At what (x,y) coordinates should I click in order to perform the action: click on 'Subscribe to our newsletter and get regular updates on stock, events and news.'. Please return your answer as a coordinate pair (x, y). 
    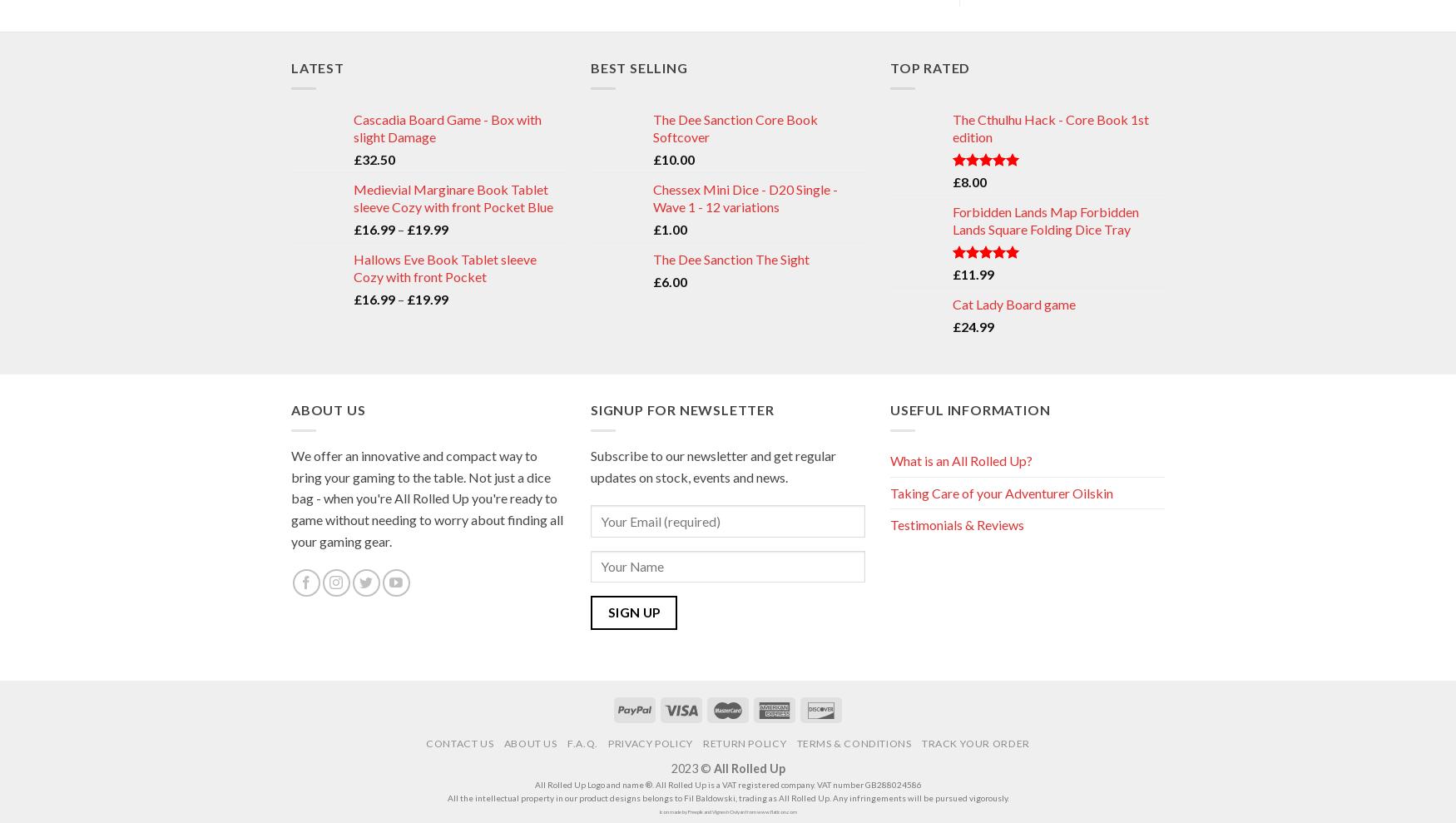
    Looking at the image, I should click on (713, 464).